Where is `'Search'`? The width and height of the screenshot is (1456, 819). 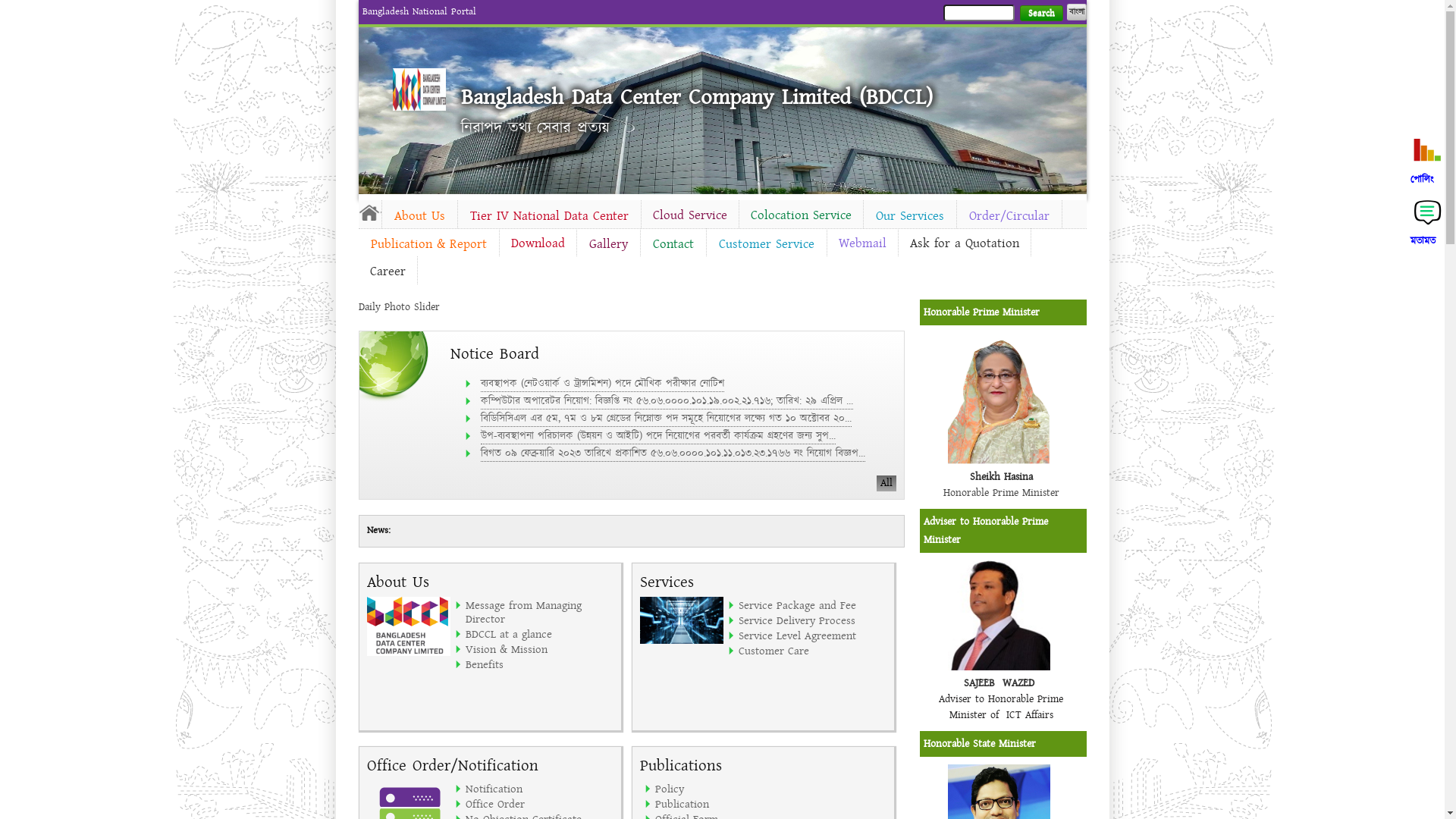 'Search' is located at coordinates (1040, 13).